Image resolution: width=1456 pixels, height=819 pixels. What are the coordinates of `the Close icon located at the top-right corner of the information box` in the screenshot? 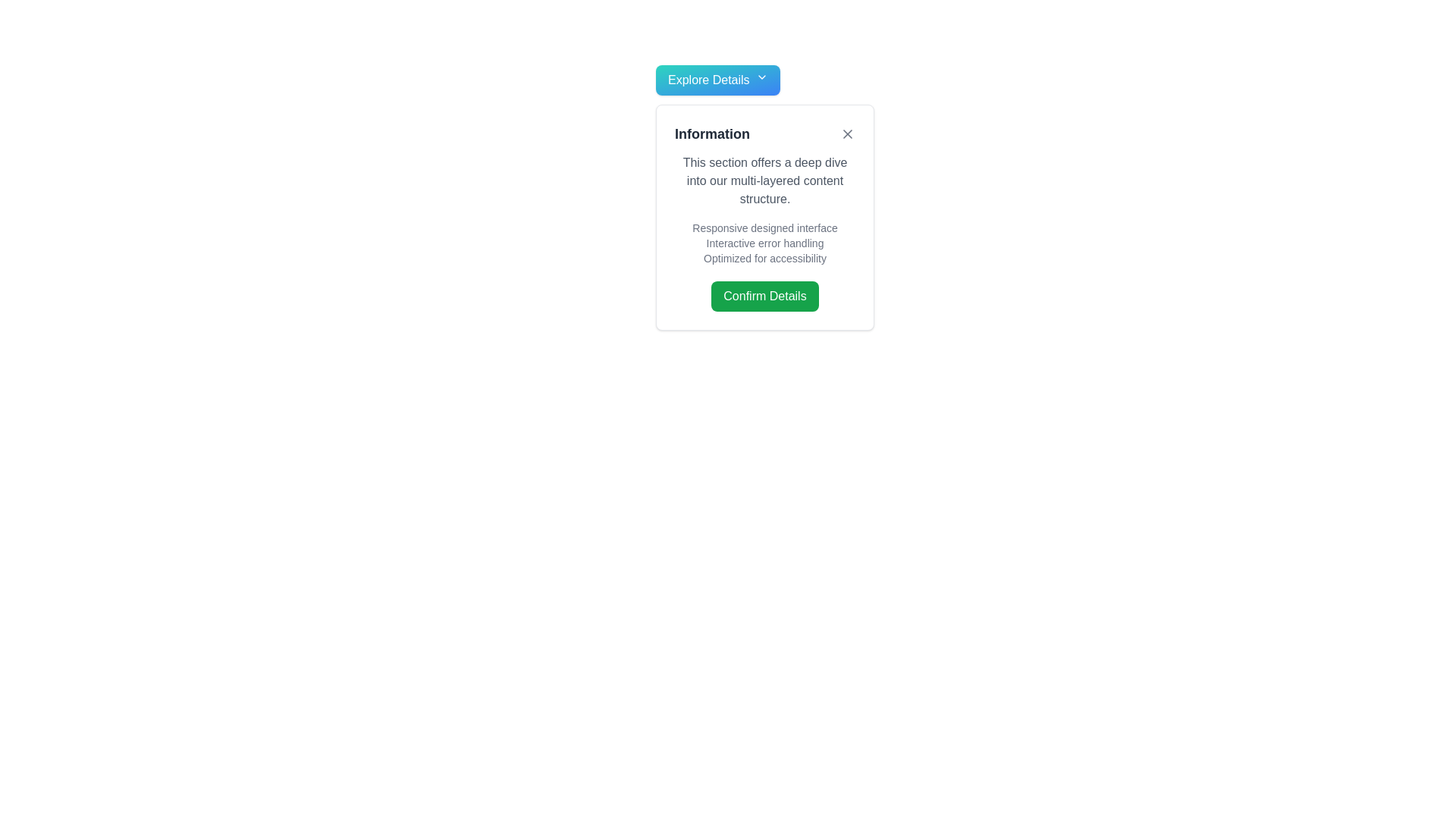 It's located at (847, 133).